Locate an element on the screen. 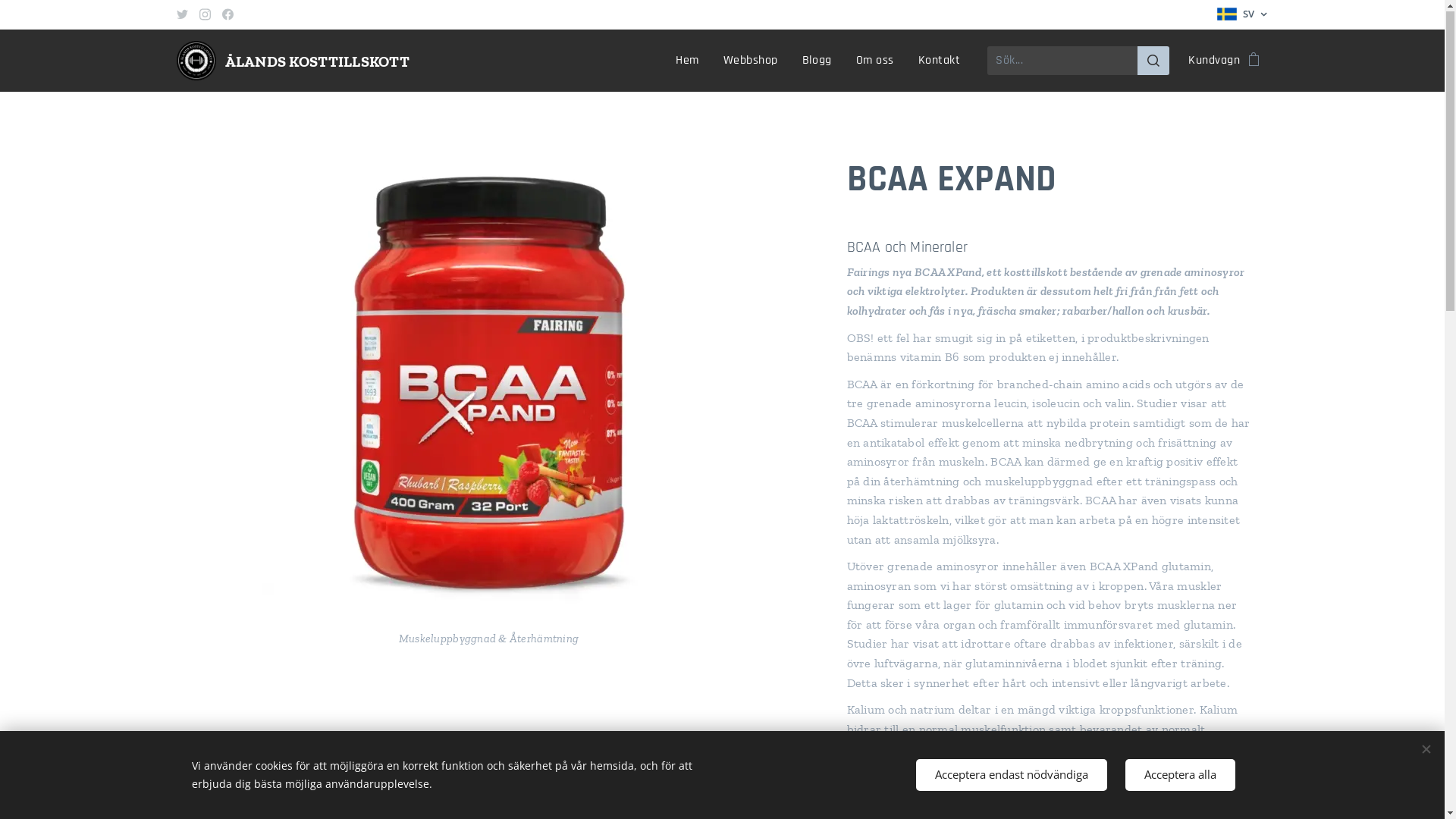  'Acceptera alla' is located at coordinates (1179, 775).